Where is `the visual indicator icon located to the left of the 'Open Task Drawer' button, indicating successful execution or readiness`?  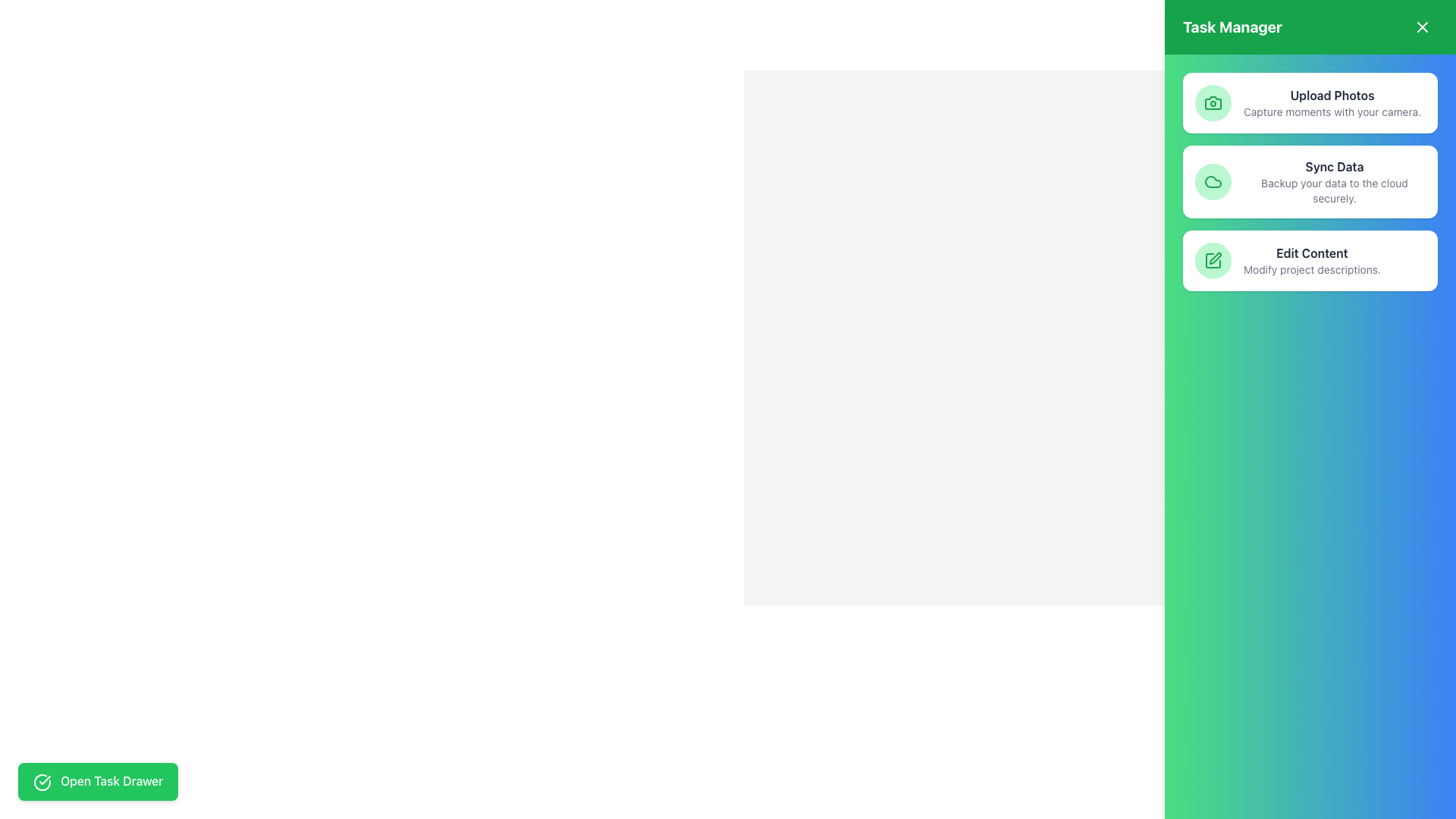 the visual indicator icon located to the left of the 'Open Task Drawer' button, indicating successful execution or readiness is located at coordinates (42, 783).